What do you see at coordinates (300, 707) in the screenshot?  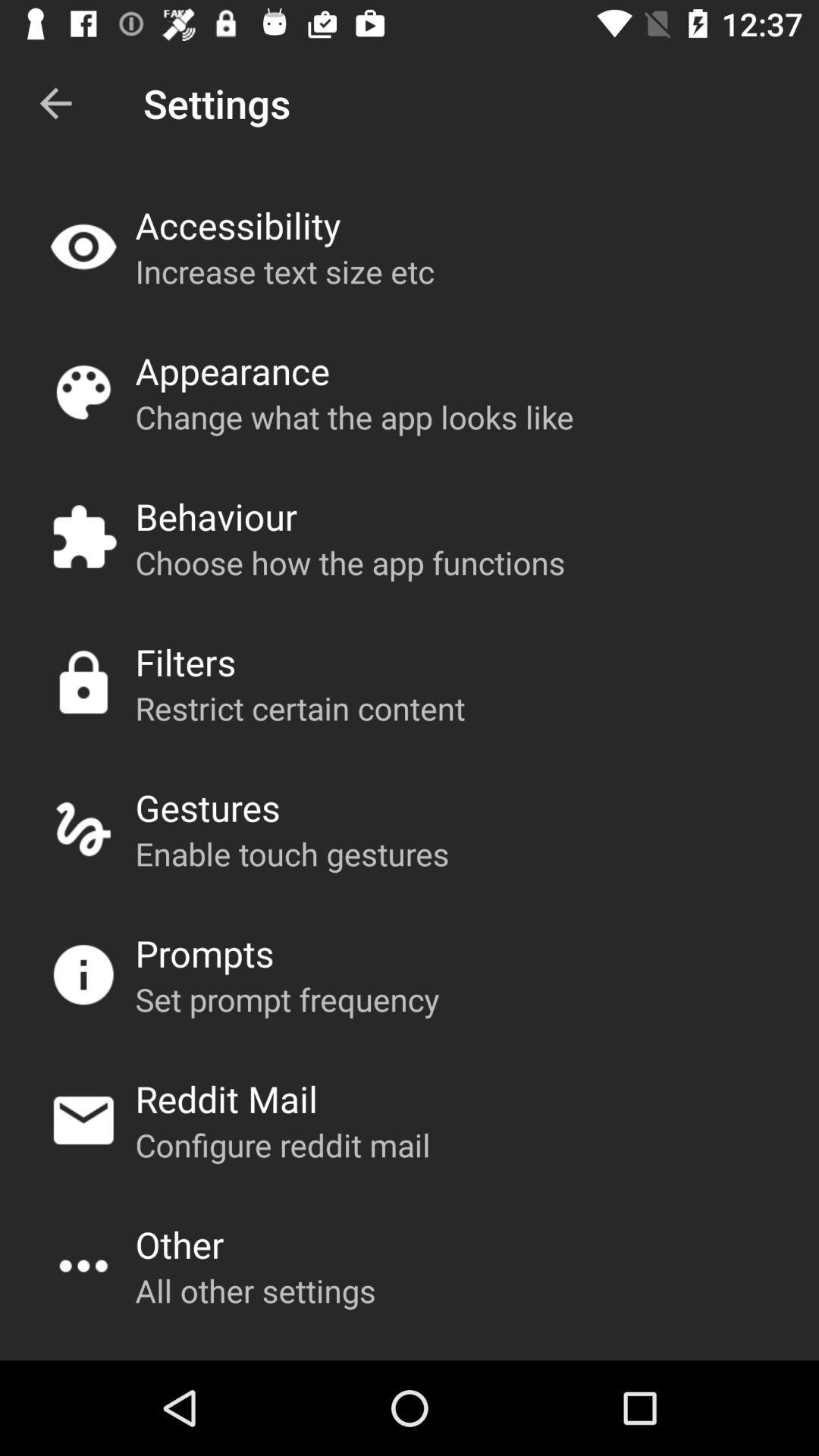 I see `app above the gestures item` at bounding box center [300, 707].